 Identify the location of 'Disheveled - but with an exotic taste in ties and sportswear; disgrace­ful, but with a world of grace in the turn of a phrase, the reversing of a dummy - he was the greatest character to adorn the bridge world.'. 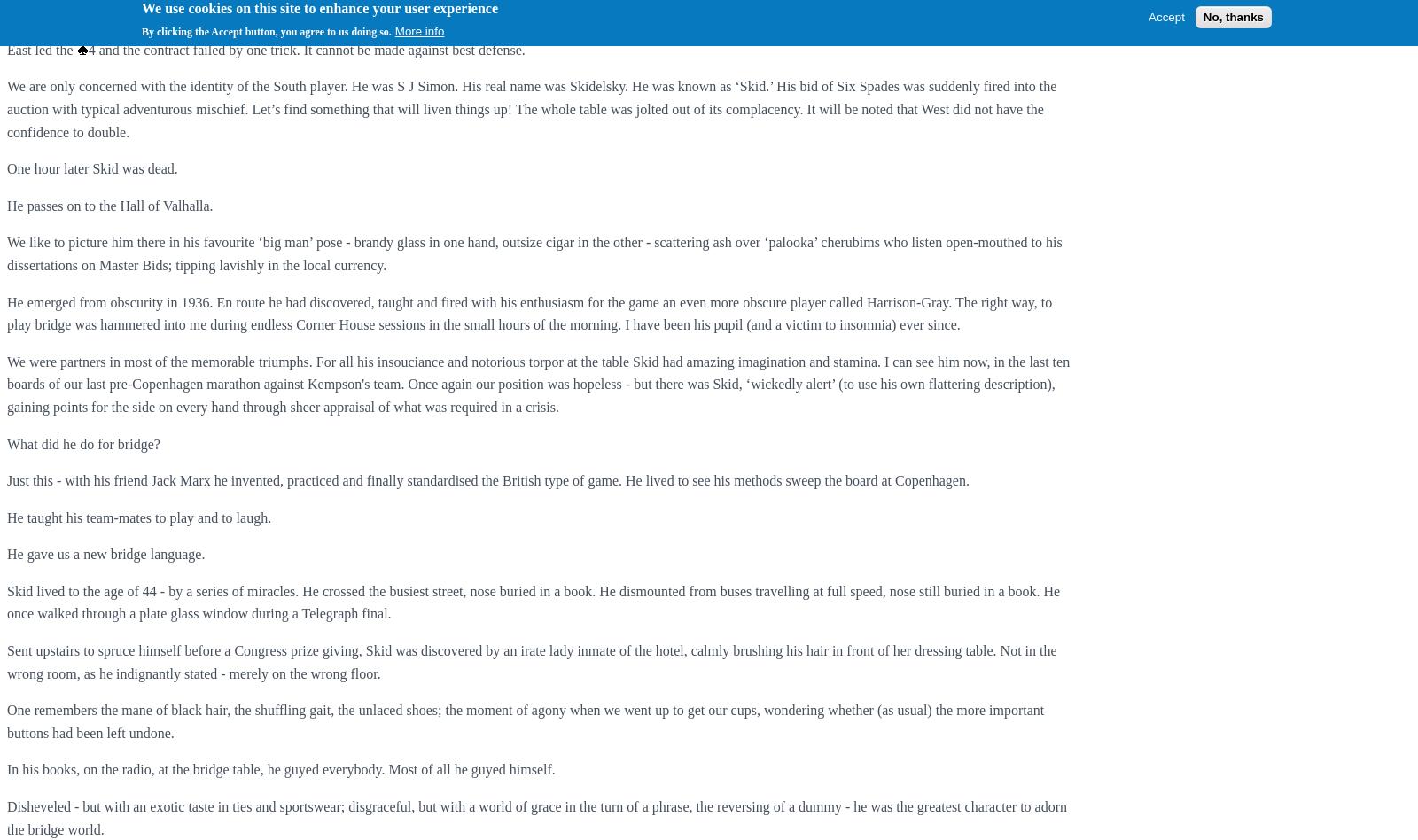
(6, 816).